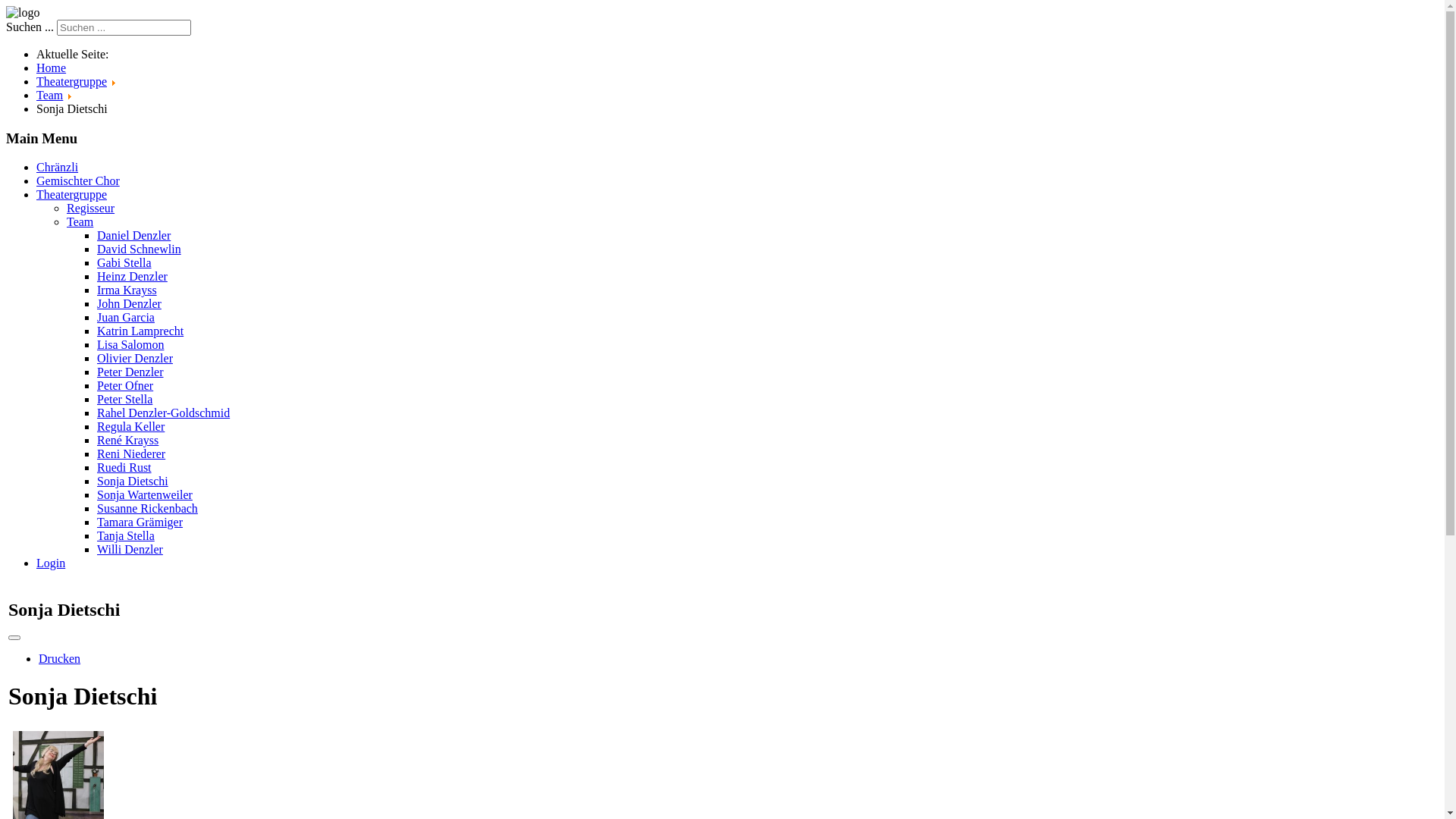 The width and height of the screenshot is (1456, 819). I want to click on 'Regisseur', so click(65, 208).